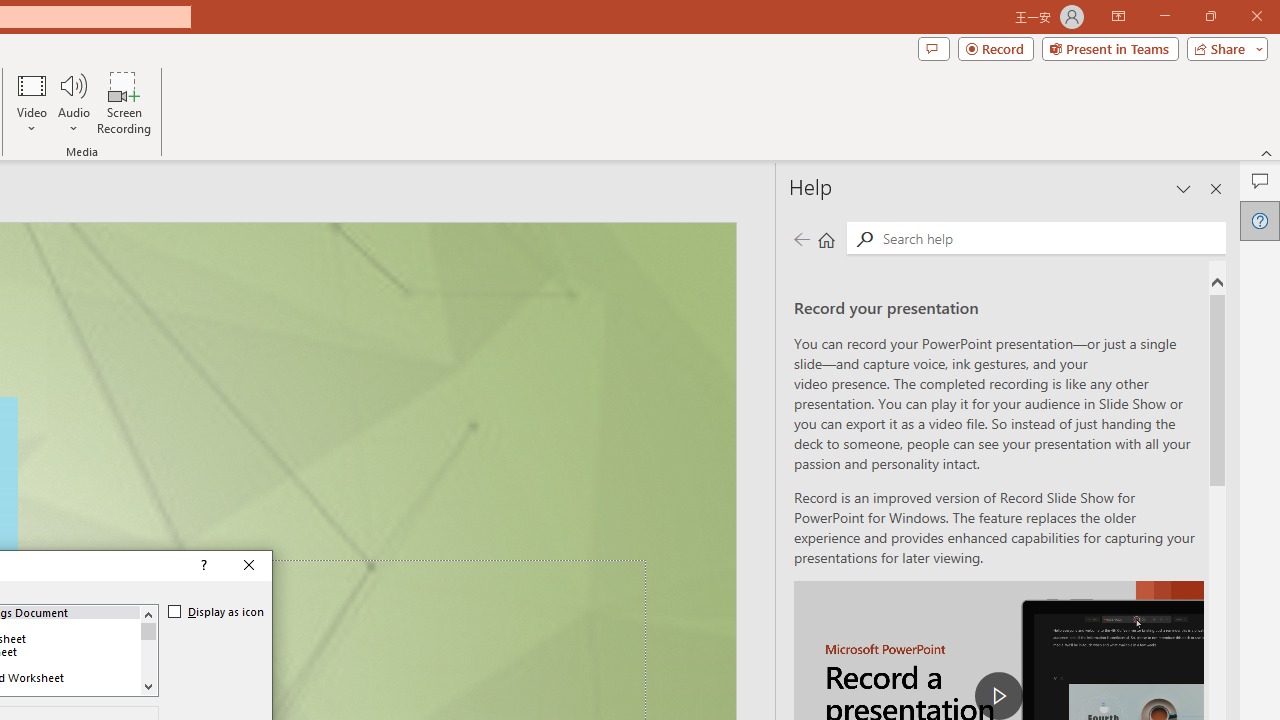  I want to click on 'Context help', so click(202, 565).